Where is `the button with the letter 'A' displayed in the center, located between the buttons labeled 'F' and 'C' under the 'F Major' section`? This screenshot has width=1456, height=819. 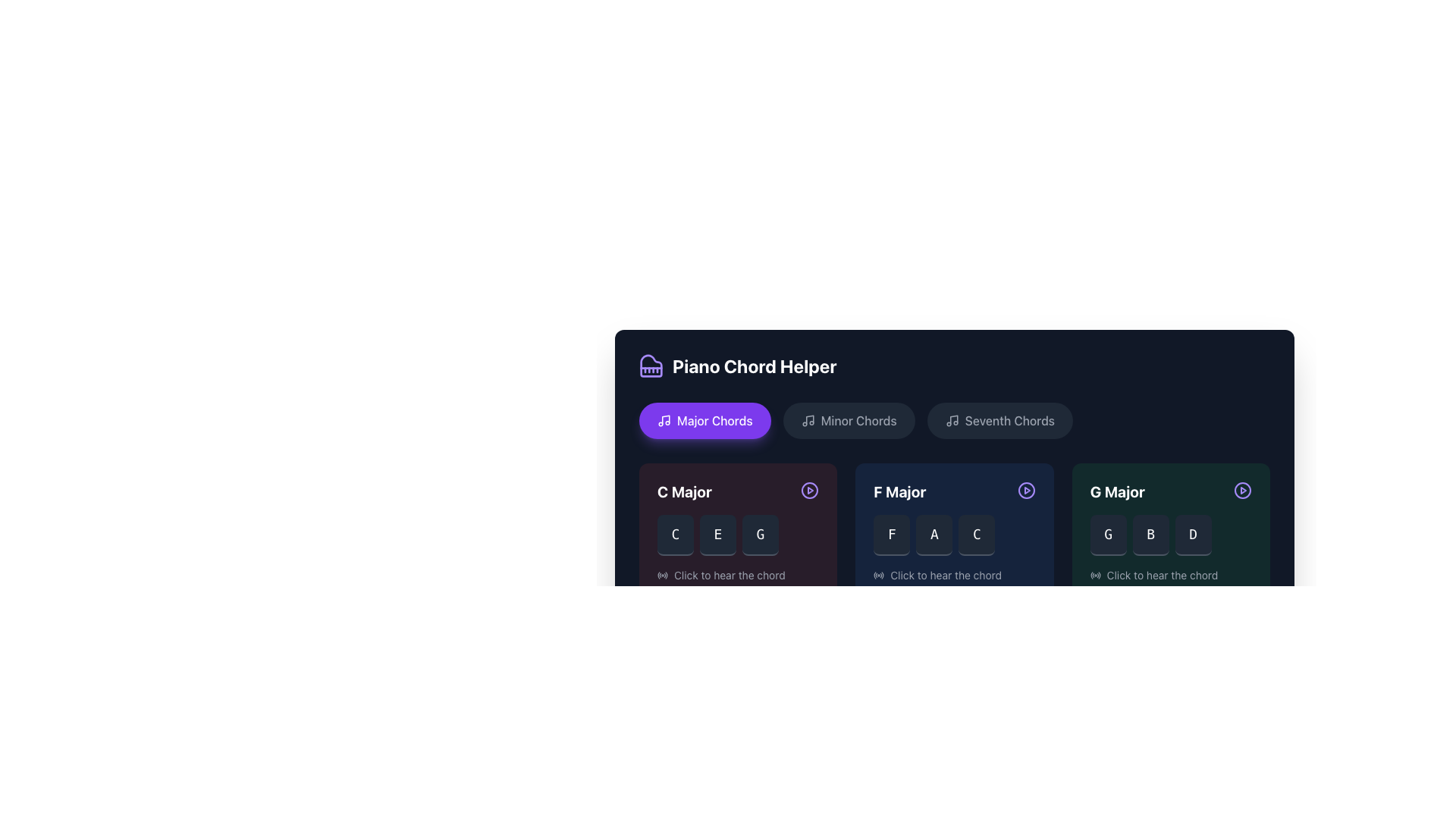 the button with the letter 'A' displayed in the center, located between the buttons labeled 'F' and 'C' under the 'F Major' section is located at coordinates (934, 534).